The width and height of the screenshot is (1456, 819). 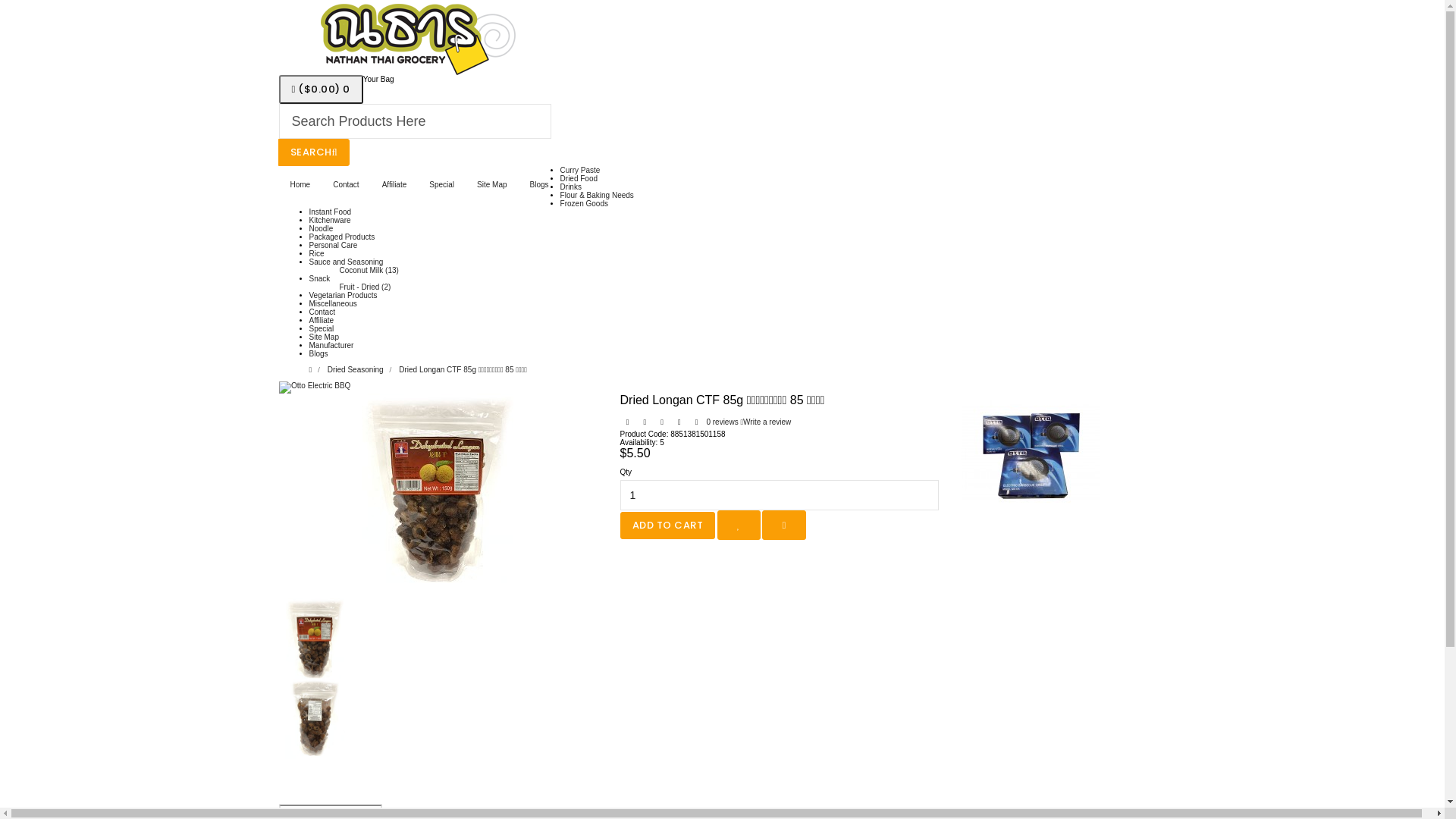 What do you see at coordinates (315, 253) in the screenshot?
I see `'Rice'` at bounding box center [315, 253].